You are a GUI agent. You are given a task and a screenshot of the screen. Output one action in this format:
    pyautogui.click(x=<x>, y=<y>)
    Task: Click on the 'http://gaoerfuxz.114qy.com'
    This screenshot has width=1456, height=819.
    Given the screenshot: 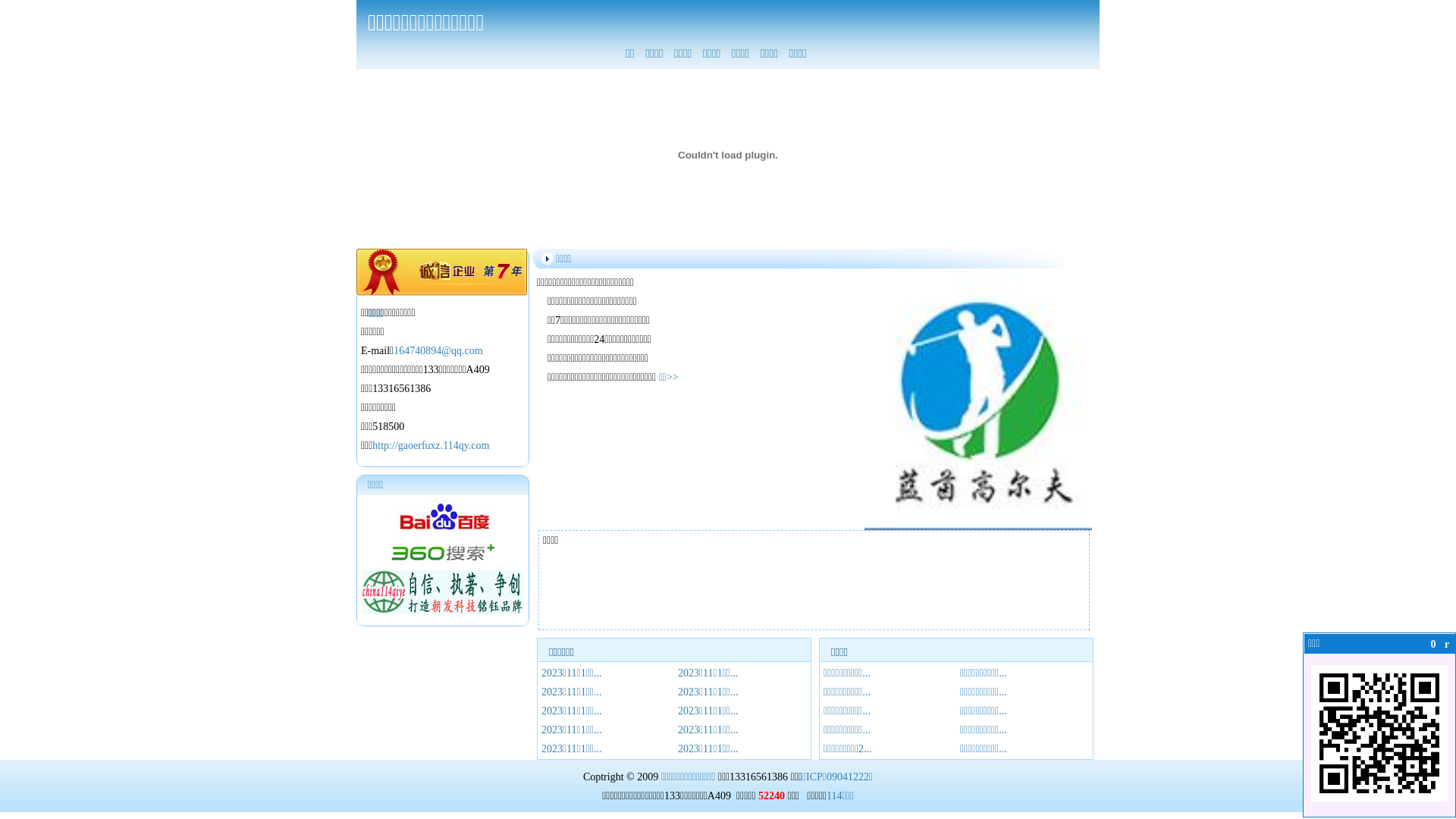 What is the action you would take?
    pyautogui.click(x=429, y=444)
    